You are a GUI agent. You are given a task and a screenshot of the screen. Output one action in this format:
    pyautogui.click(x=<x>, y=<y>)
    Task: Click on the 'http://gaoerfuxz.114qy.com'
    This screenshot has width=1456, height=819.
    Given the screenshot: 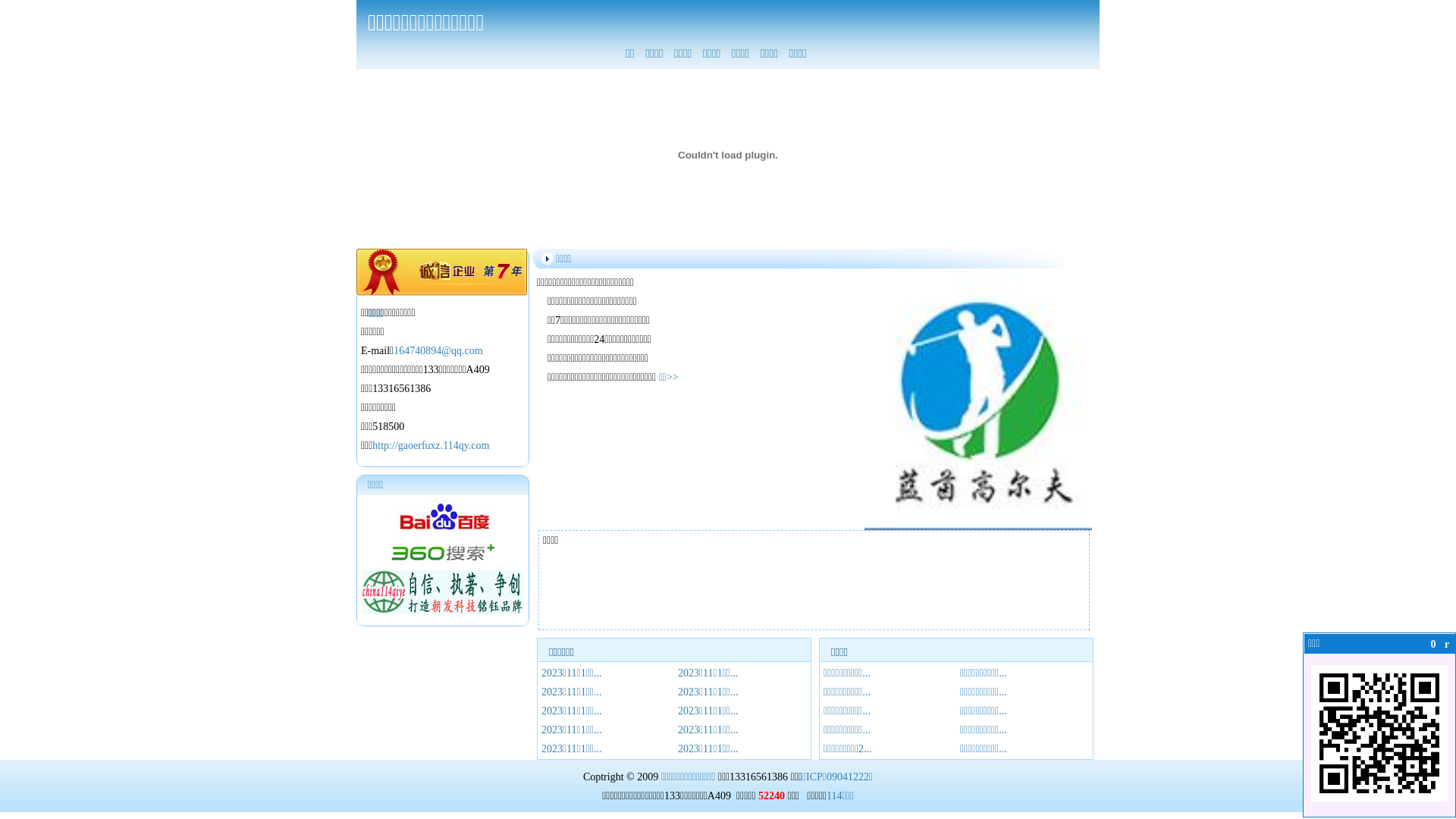 What is the action you would take?
    pyautogui.click(x=429, y=444)
    